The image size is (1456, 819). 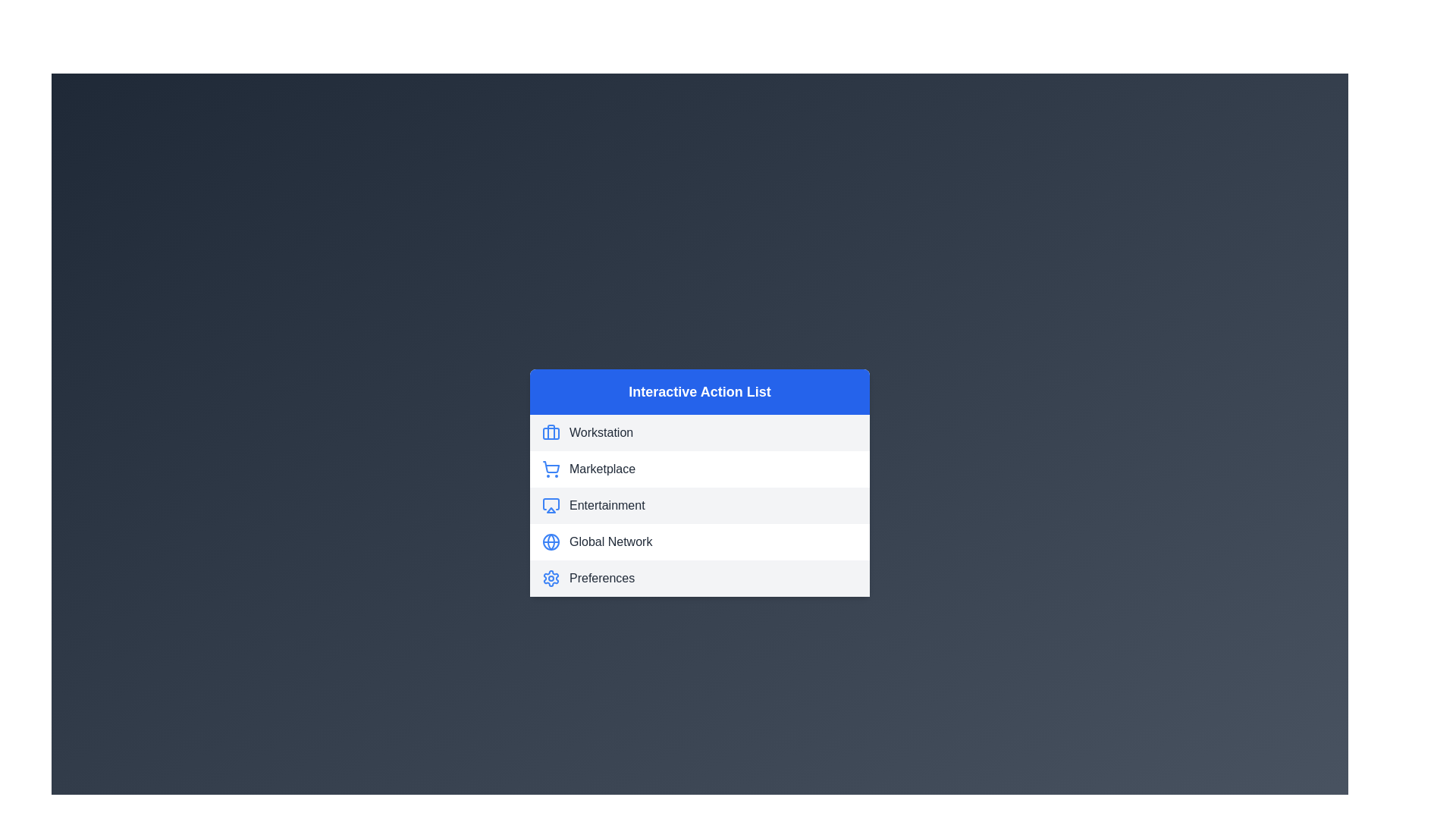 What do you see at coordinates (698, 506) in the screenshot?
I see `to select the 'Entertainment' option from the interactive list, which is the third item below 'Marketplace' and above 'Global Network'` at bounding box center [698, 506].